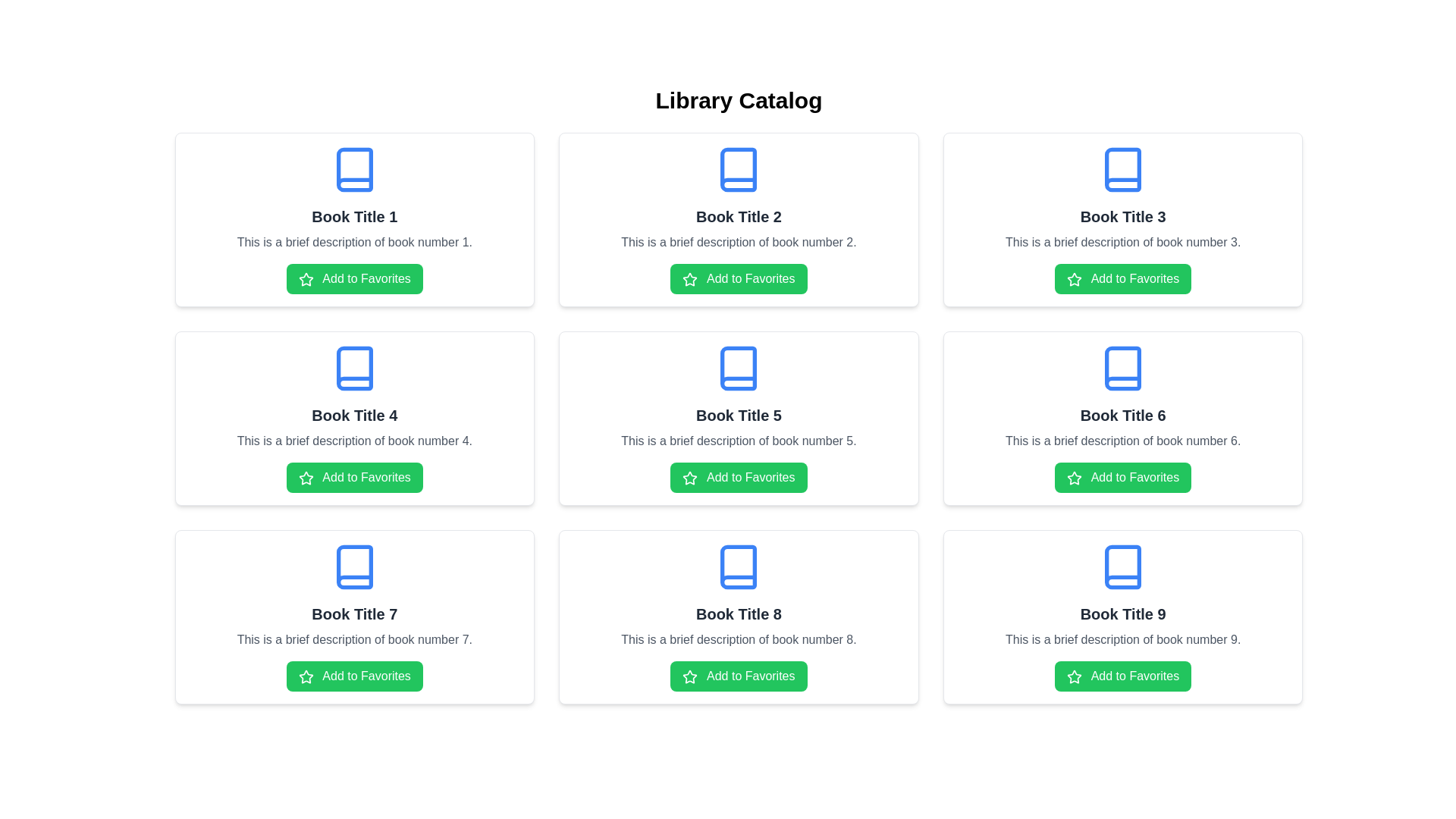 The image size is (1456, 819). What do you see at coordinates (739, 242) in the screenshot?
I see `the descriptive text associated with 'Book Title 2', located in the middle row of the grid layout, which provides additional information about the book` at bounding box center [739, 242].